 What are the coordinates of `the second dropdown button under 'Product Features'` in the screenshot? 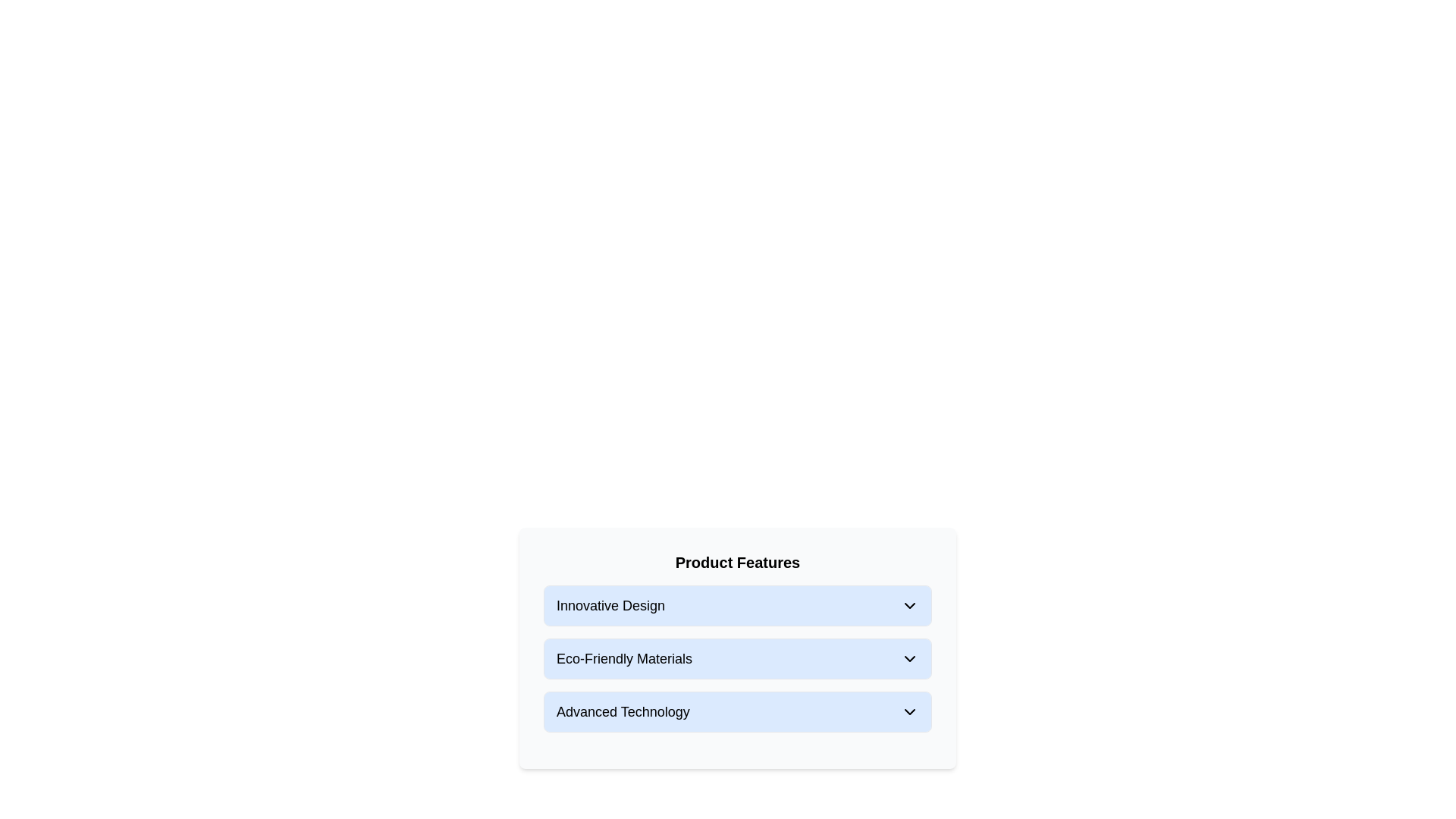 It's located at (738, 657).